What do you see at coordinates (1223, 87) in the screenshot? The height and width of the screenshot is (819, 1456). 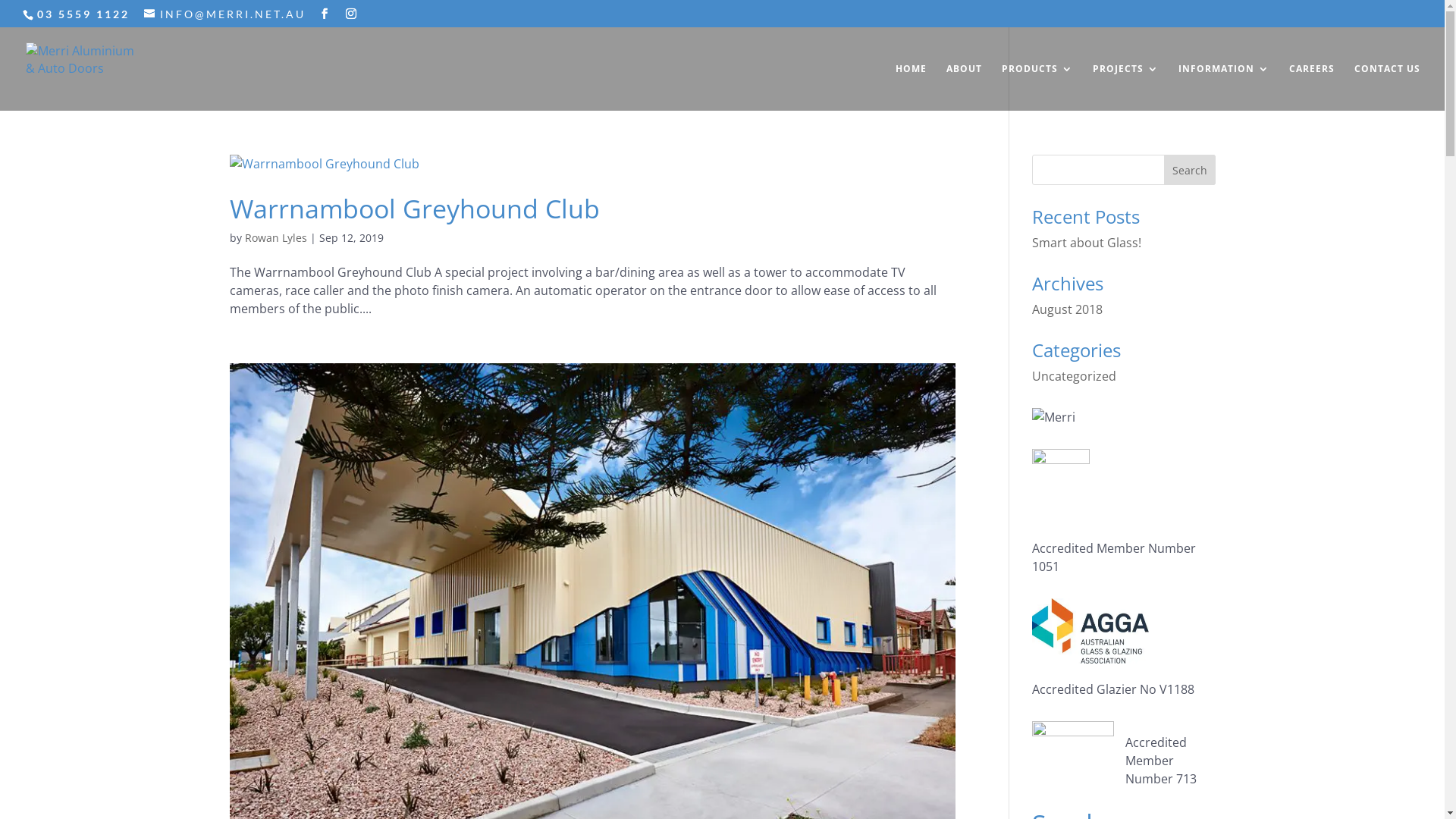 I see `'INFORMATION'` at bounding box center [1223, 87].